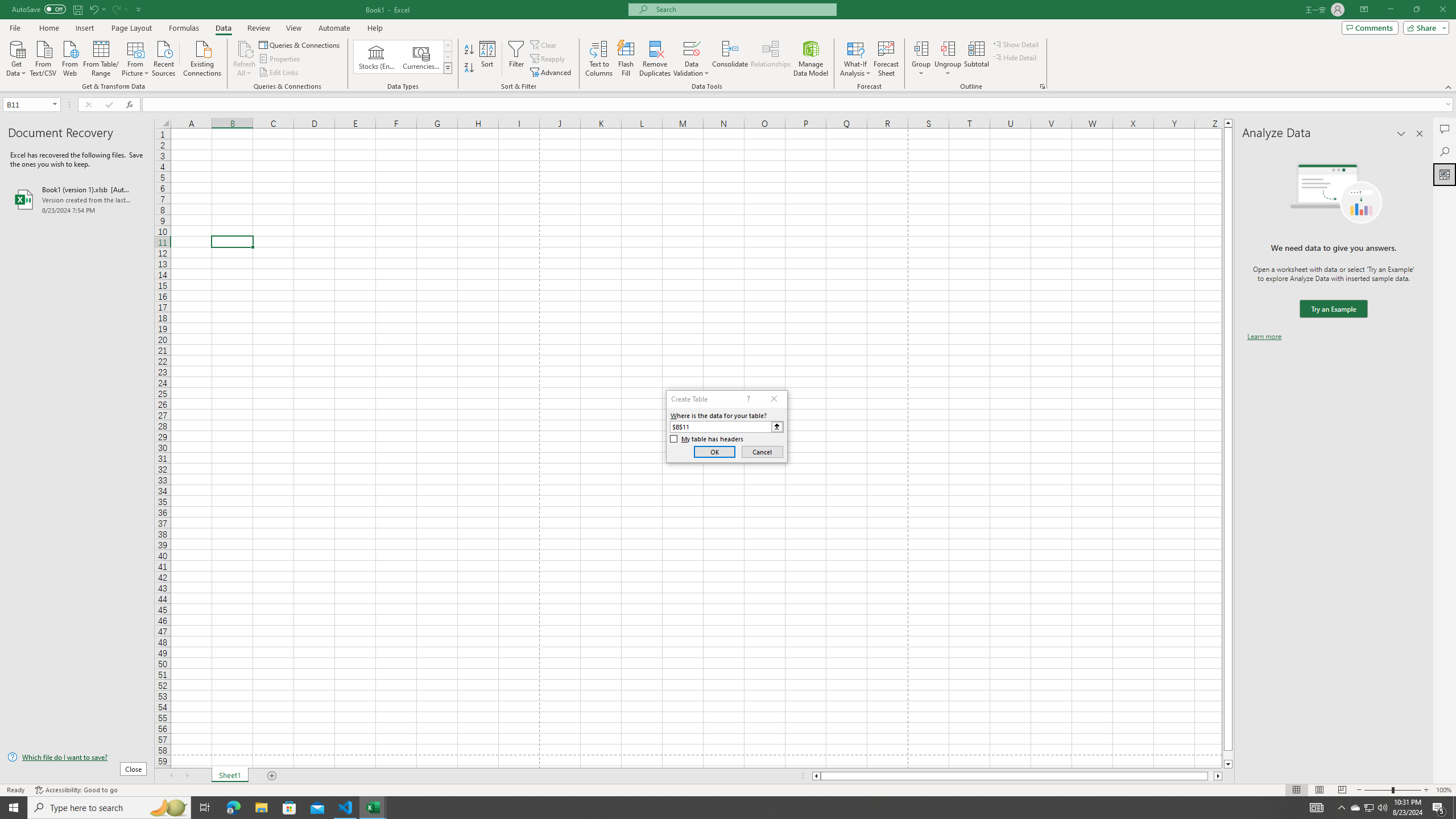 Image resolution: width=1456 pixels, height=819 pixels. I want to click on 'Insert', so click(84, 28).